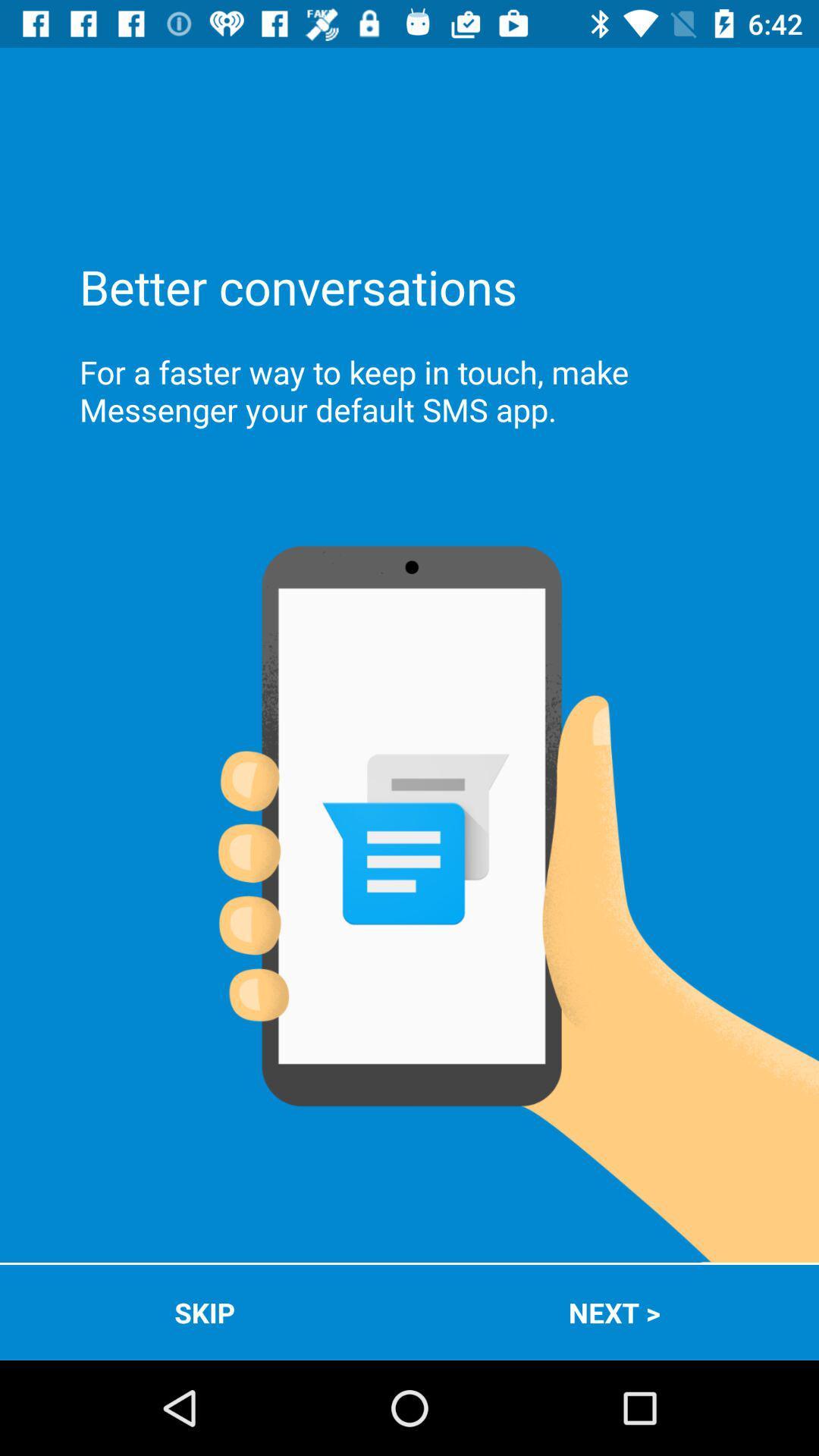  I want to click on icon next to the next > icon, so click(205, 1312).